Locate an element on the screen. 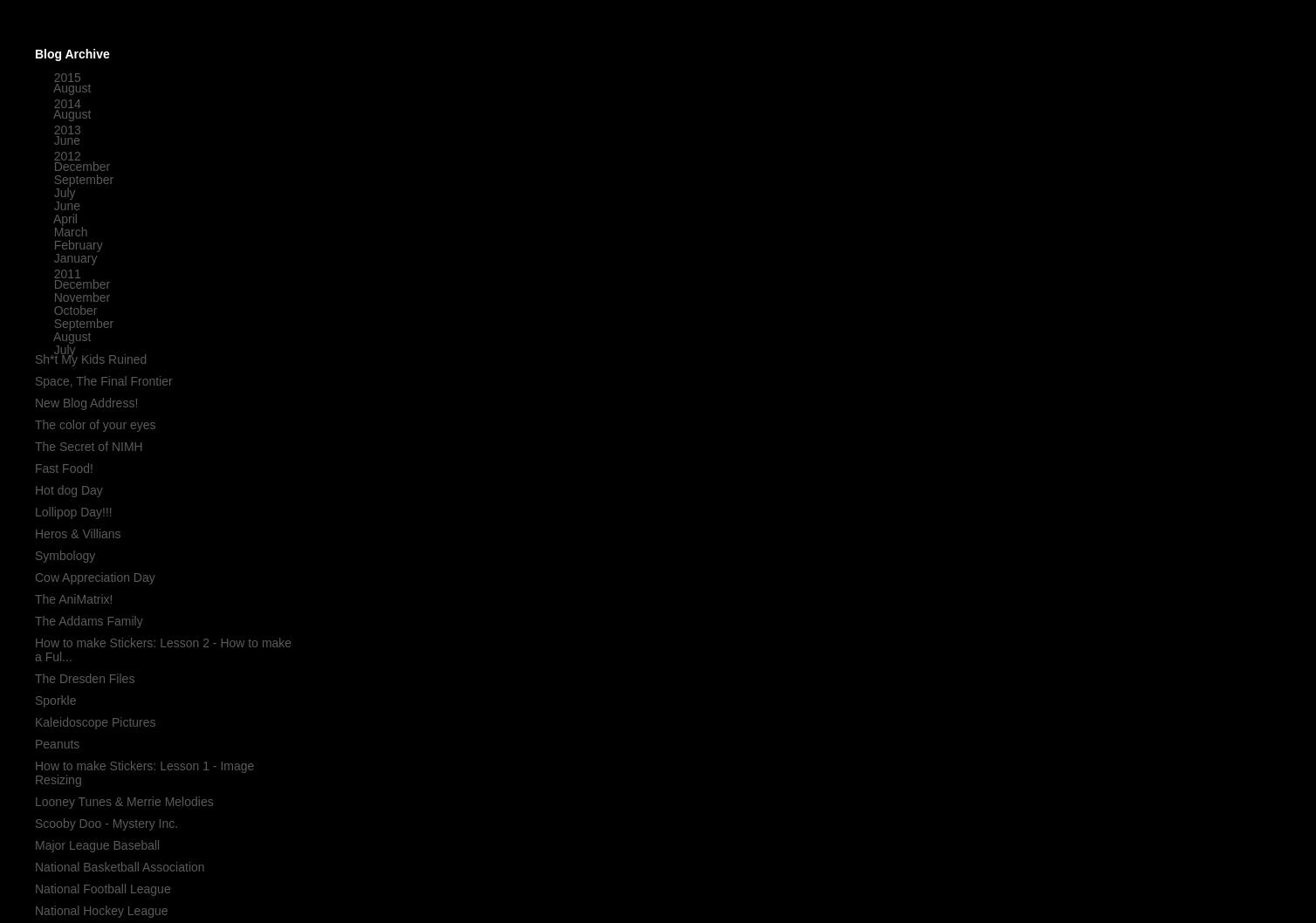 The image size is (1316, 923). 'The AniMatrix!' is located at coordinates (73, 598).